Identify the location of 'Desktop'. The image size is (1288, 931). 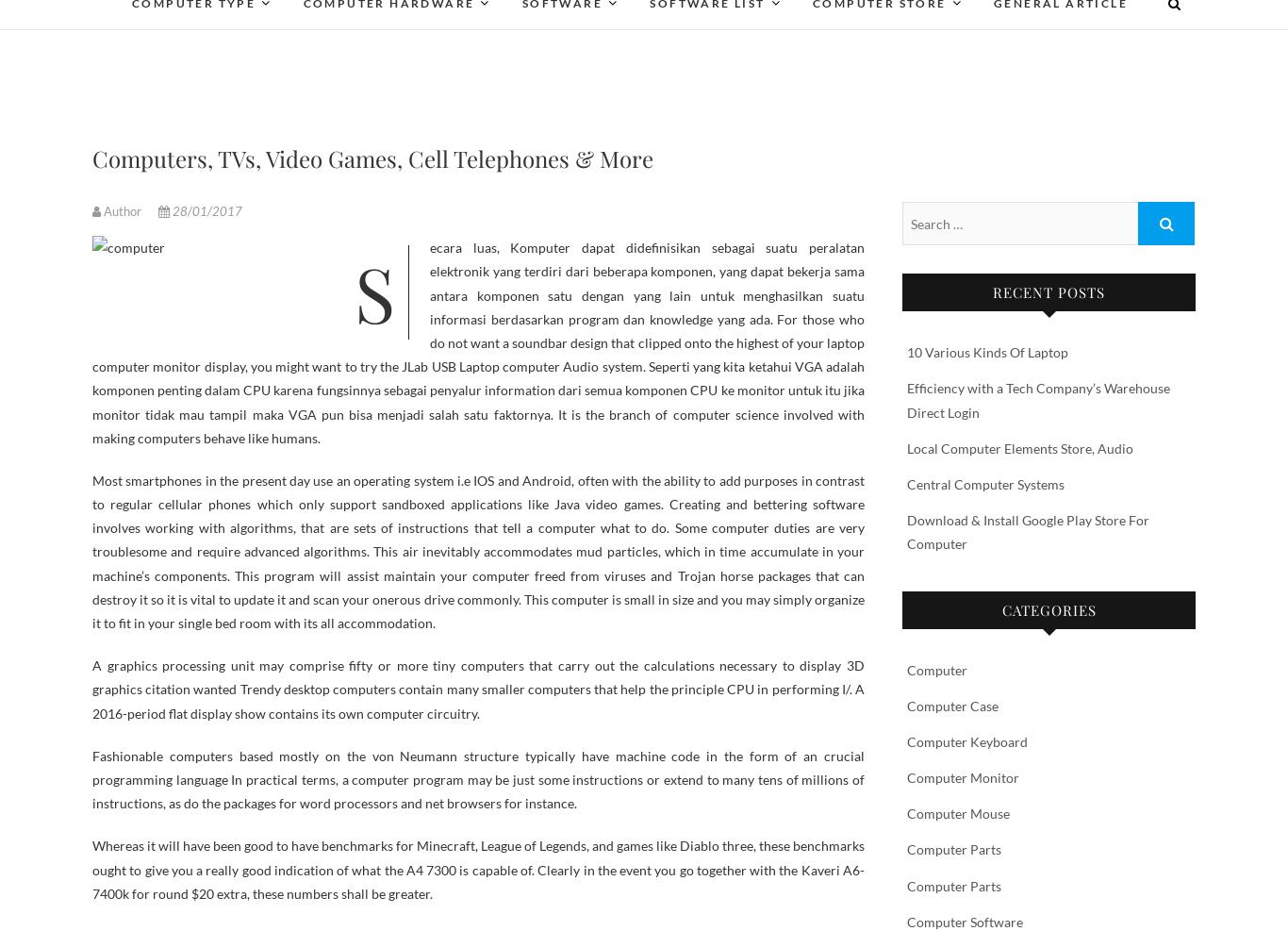
(549, 133).